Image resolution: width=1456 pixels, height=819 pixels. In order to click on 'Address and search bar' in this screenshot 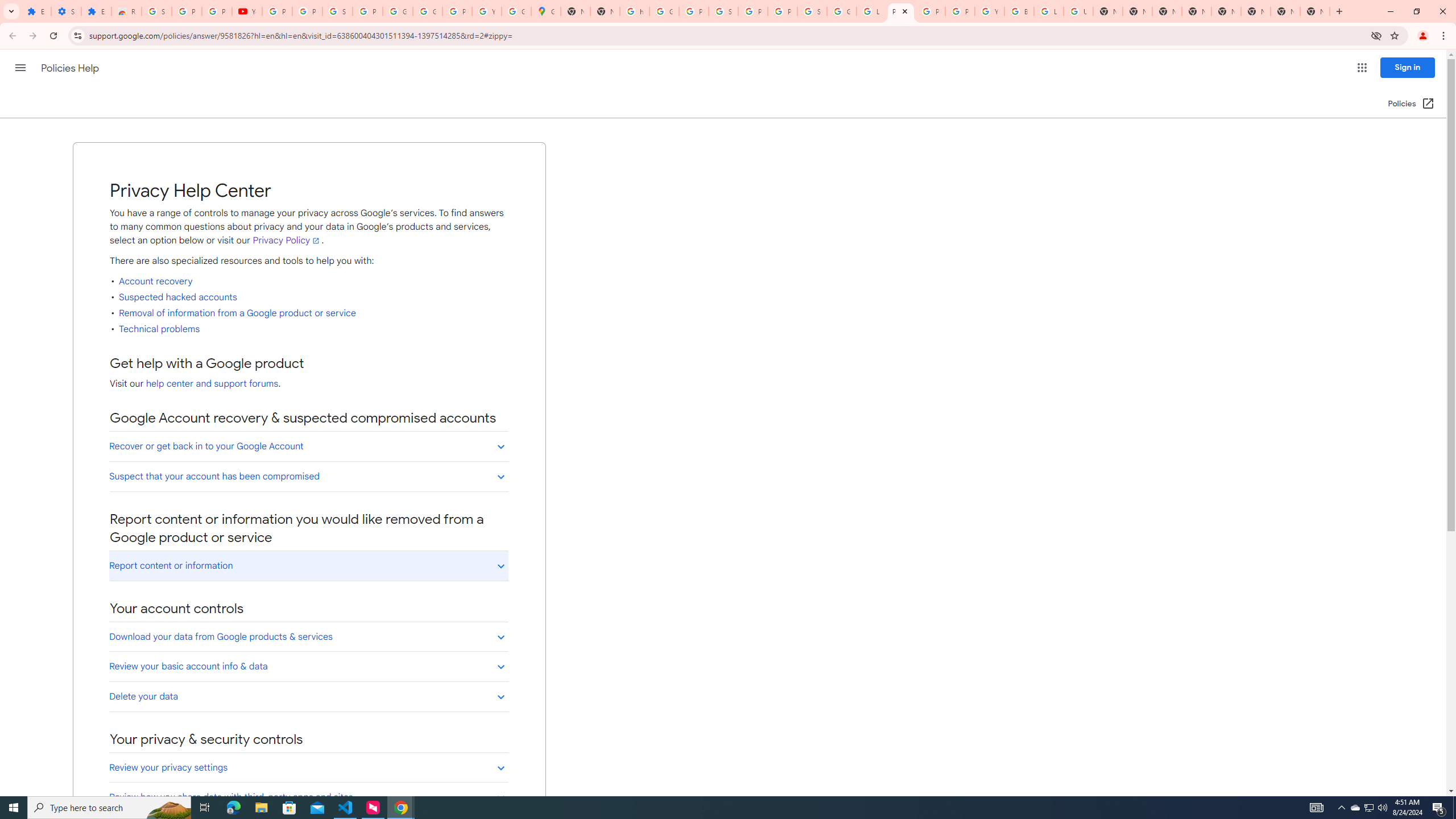, I will do `click(726, 35)`.